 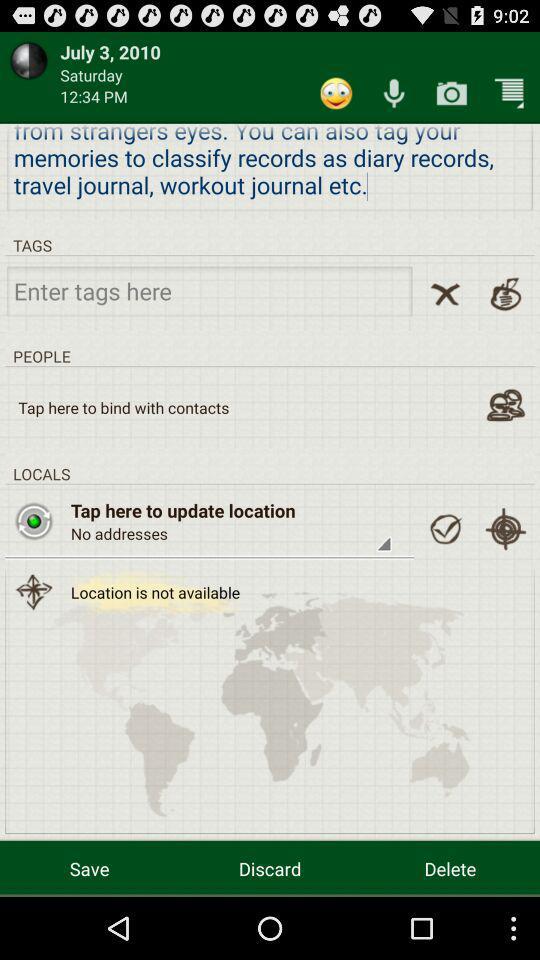 I want to click on location, so click(x=445, y=528).